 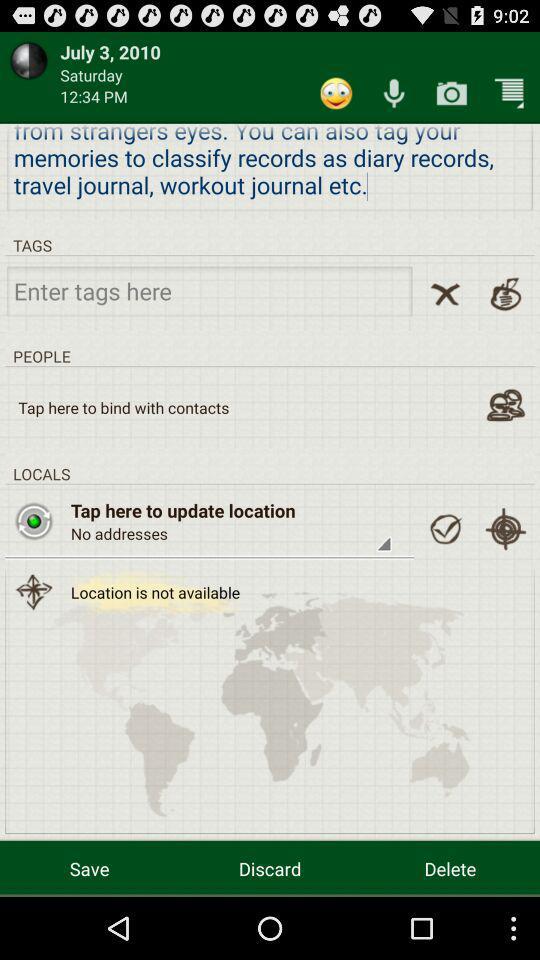 I want to click on location, so click(x=445, y=528).